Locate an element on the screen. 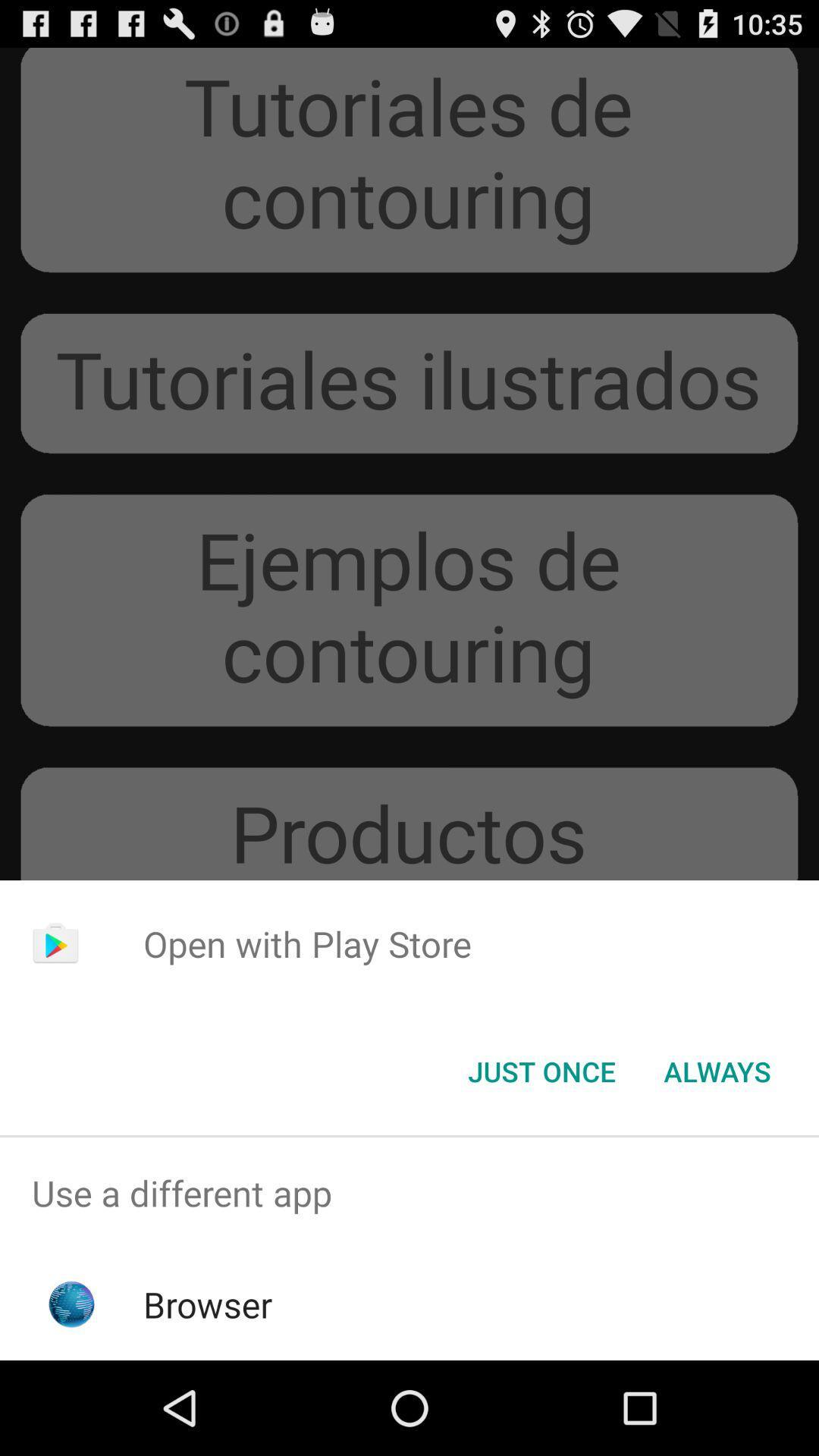 The height and width of the screenshot is (1456, 819). browser icon is located at coordinates (208, 1304).